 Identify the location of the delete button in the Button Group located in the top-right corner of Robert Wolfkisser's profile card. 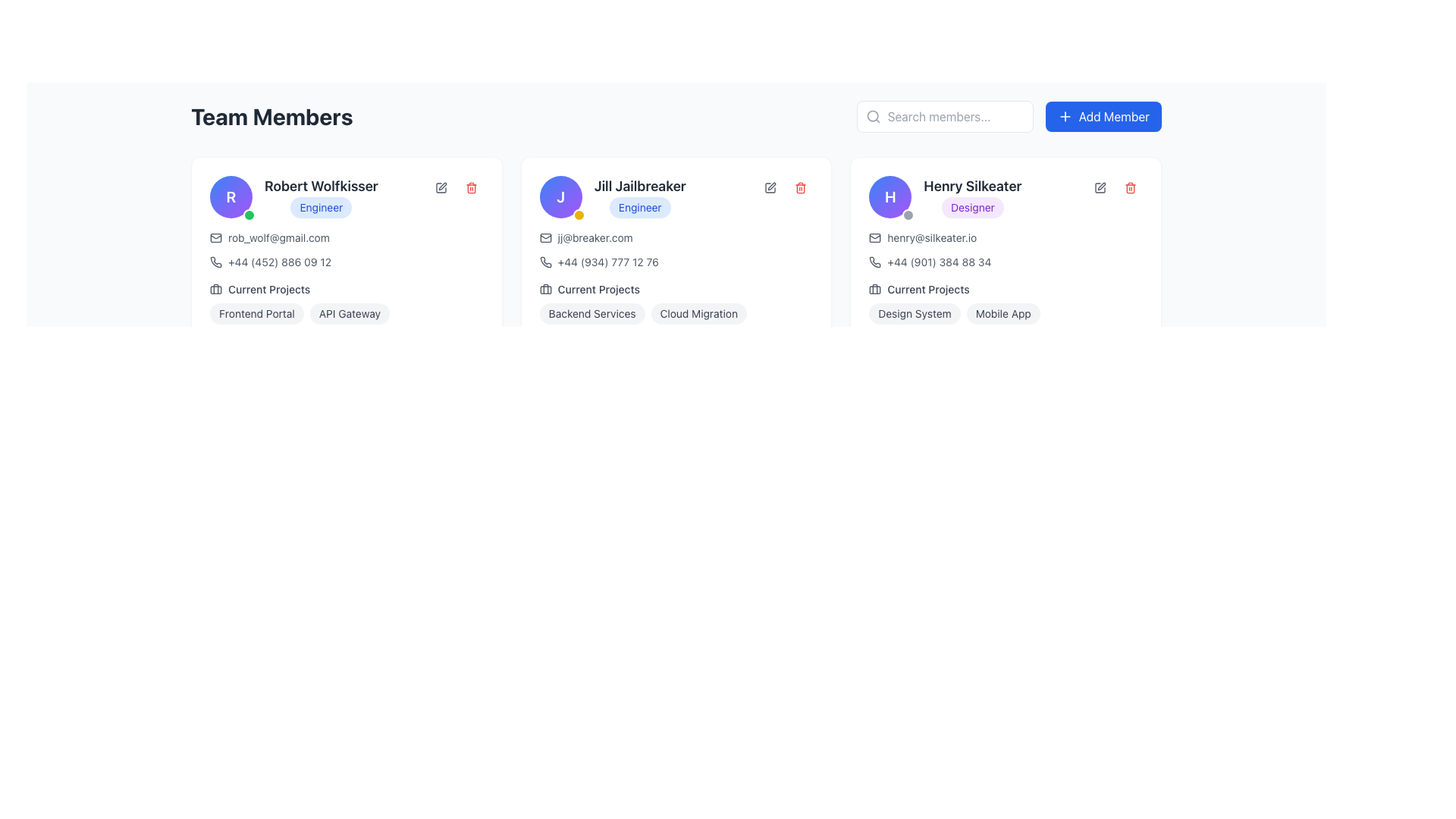
(455, 187).